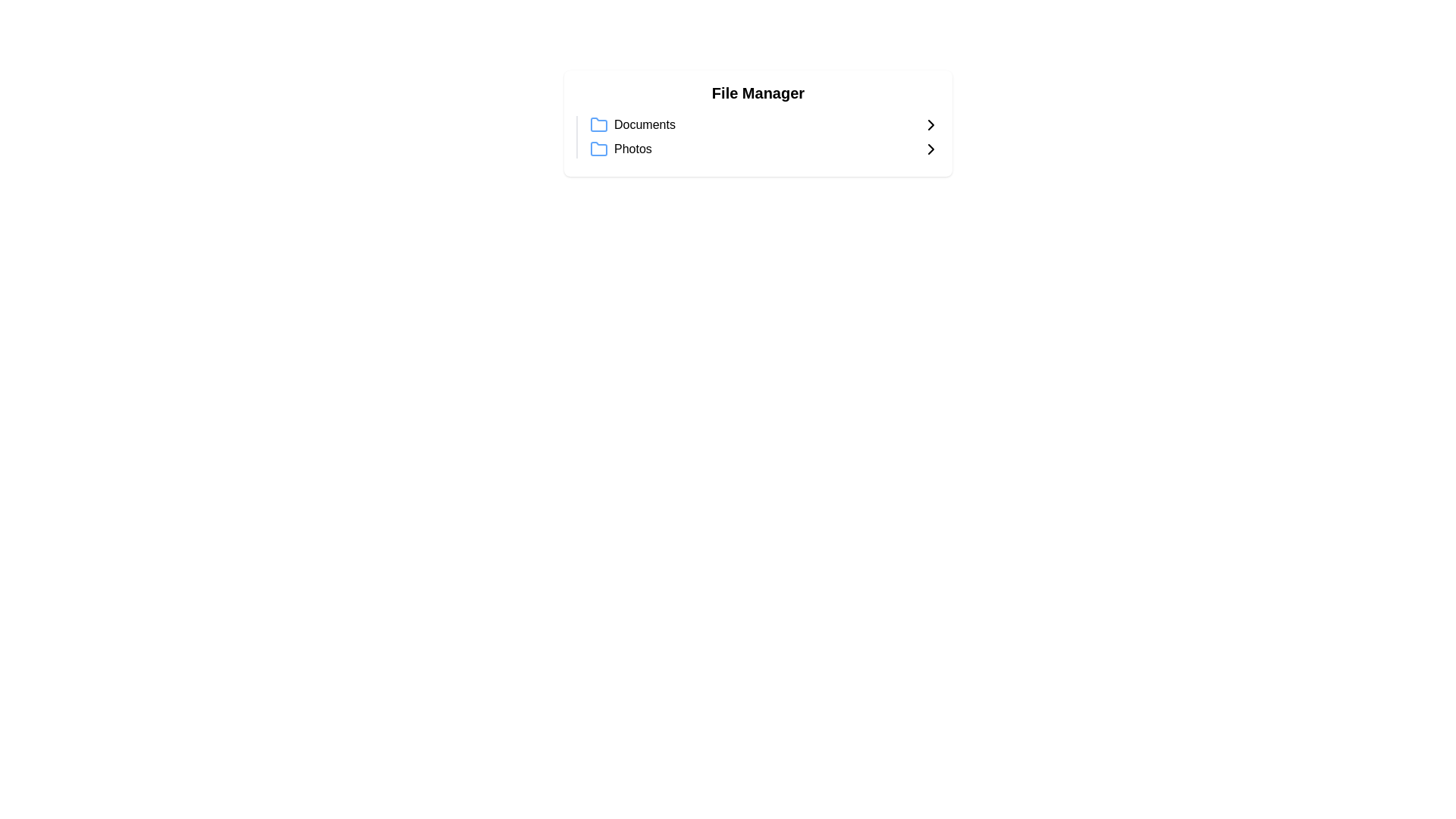 Image resolution: width=1456 pixels, height=819 pixels. What do you see at coordinates (764, 149) in the screenshot?
I see `the second row in the file manager labeled 'Photos'` at bounding box center [764, 149].